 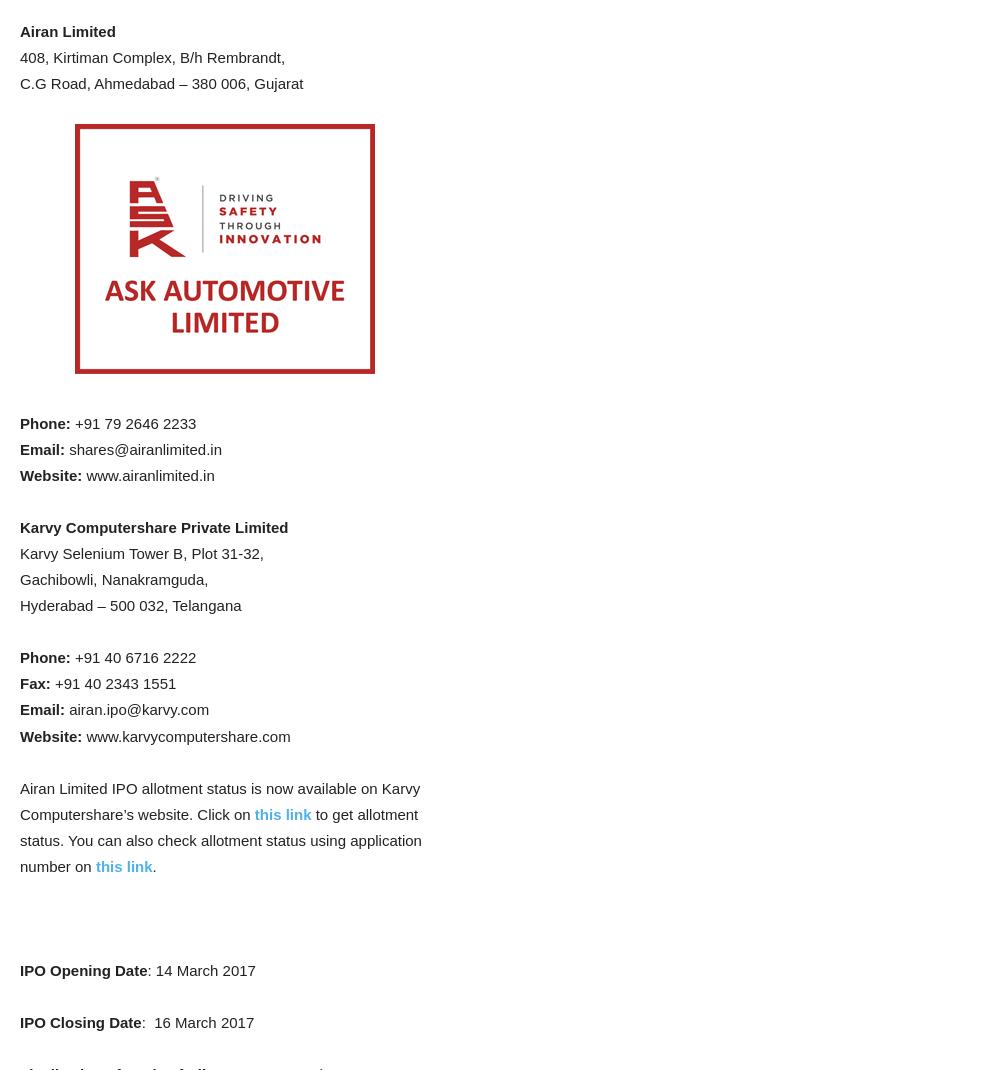 What do you see at coordinates (80, 1022) in the screenshot?
I see `'IPO Closing Date'` at bounding box center [80, 1022].